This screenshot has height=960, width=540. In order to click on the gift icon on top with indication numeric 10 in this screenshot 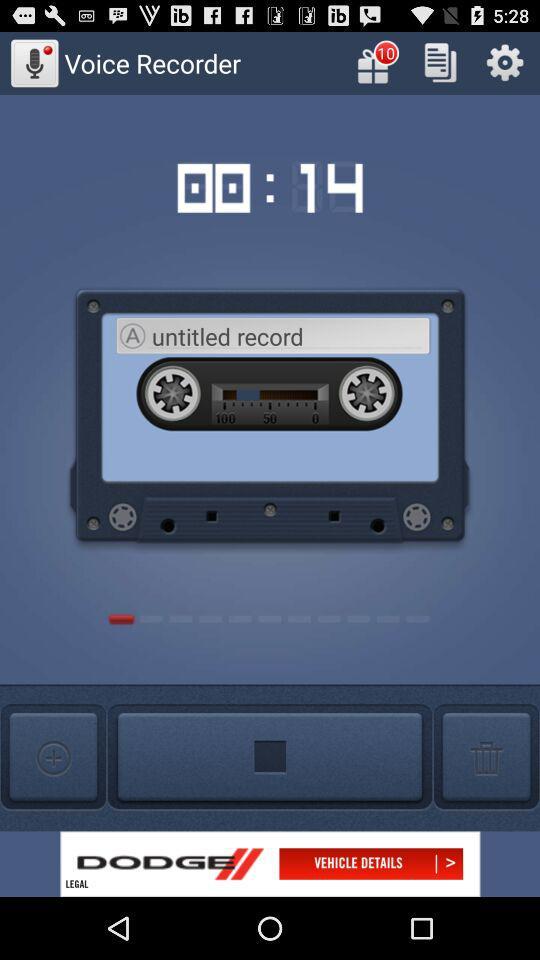, I will do `click(376, 62)`.